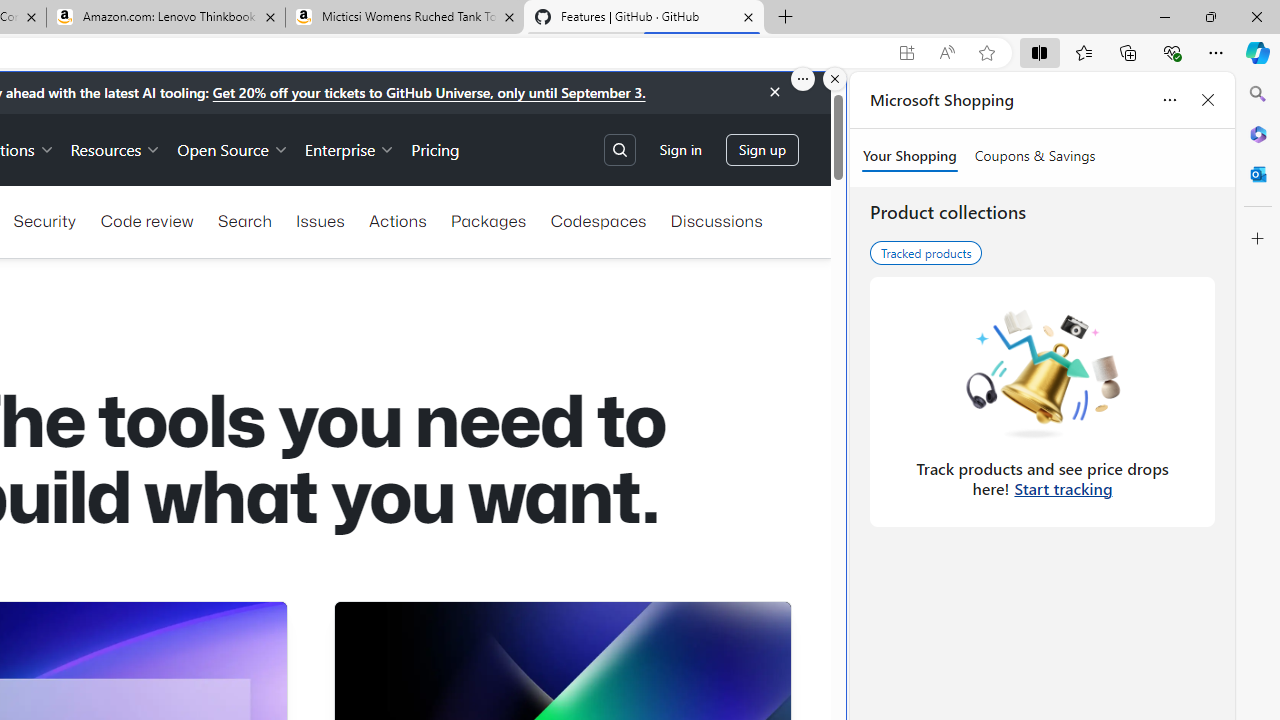  What do you see at coordinates (232, 148) in the screenshot?
I see `'Open Source'` at bounding box center [232, 148].